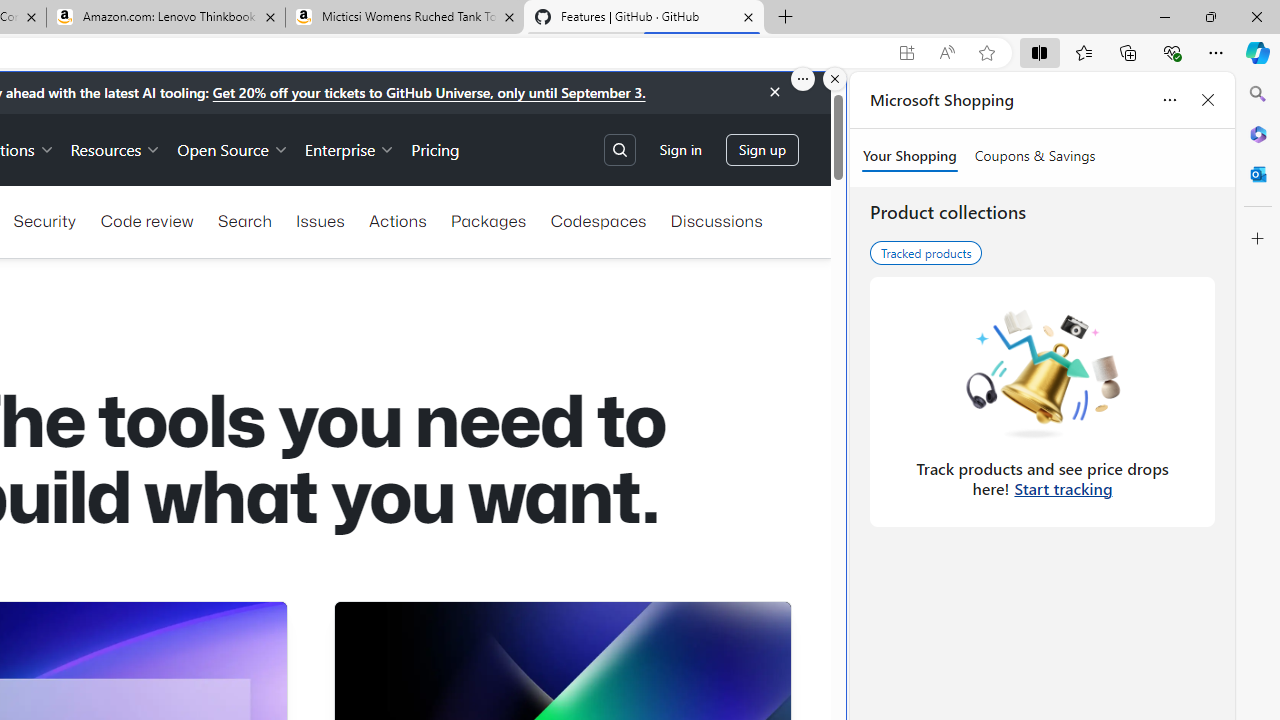  What do you see at coordinates (232, 148) in the screenshot?
I see `'Open Source'` at bounding box center [232, 148].